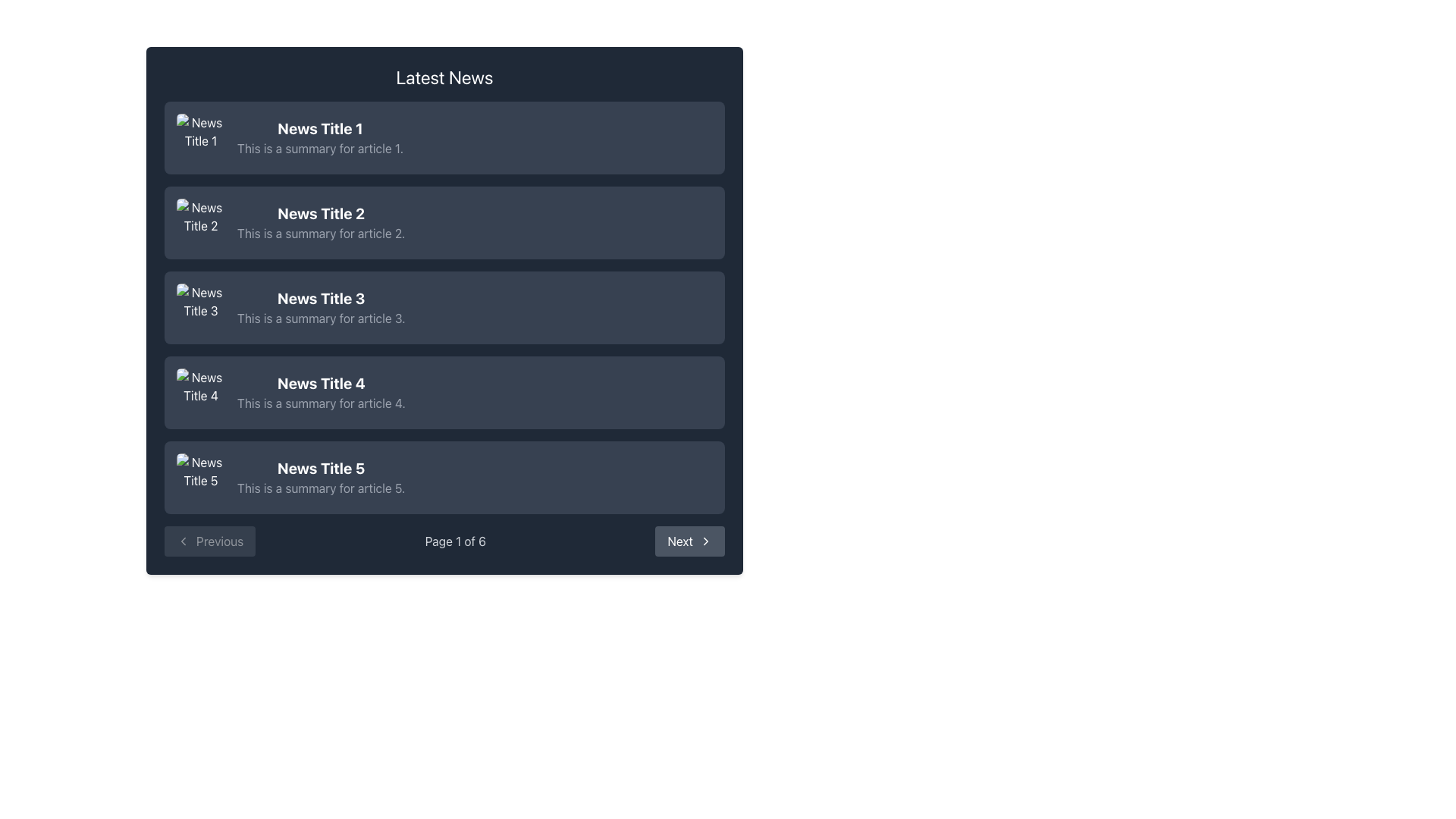 The image size is (1456, 819). I want to click on summary text for the article titled 'News Title 1', which is positioned below the title within the first news item block, so click(319, 149).